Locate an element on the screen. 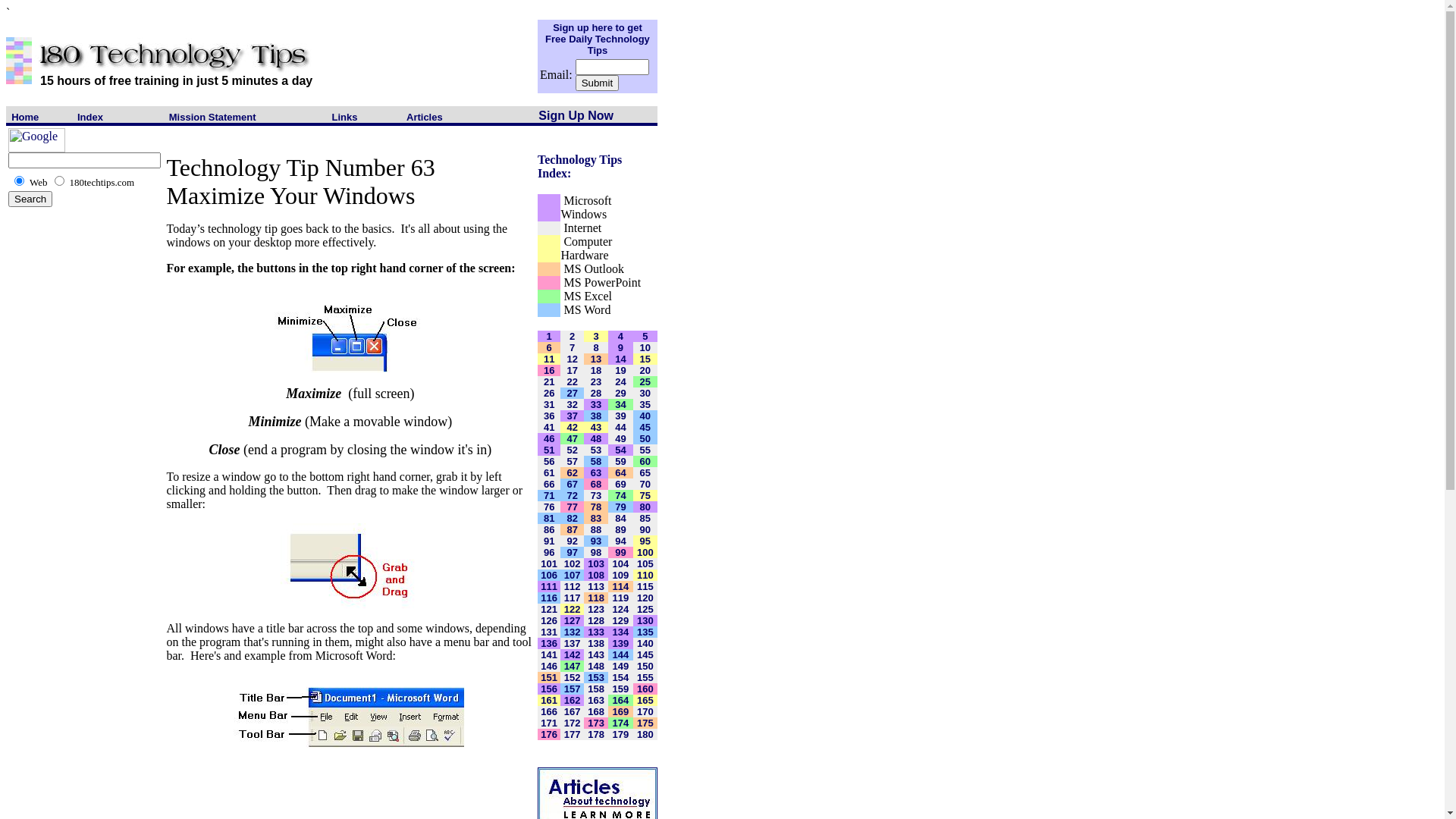  '154' is located at coordinates (621, 676).